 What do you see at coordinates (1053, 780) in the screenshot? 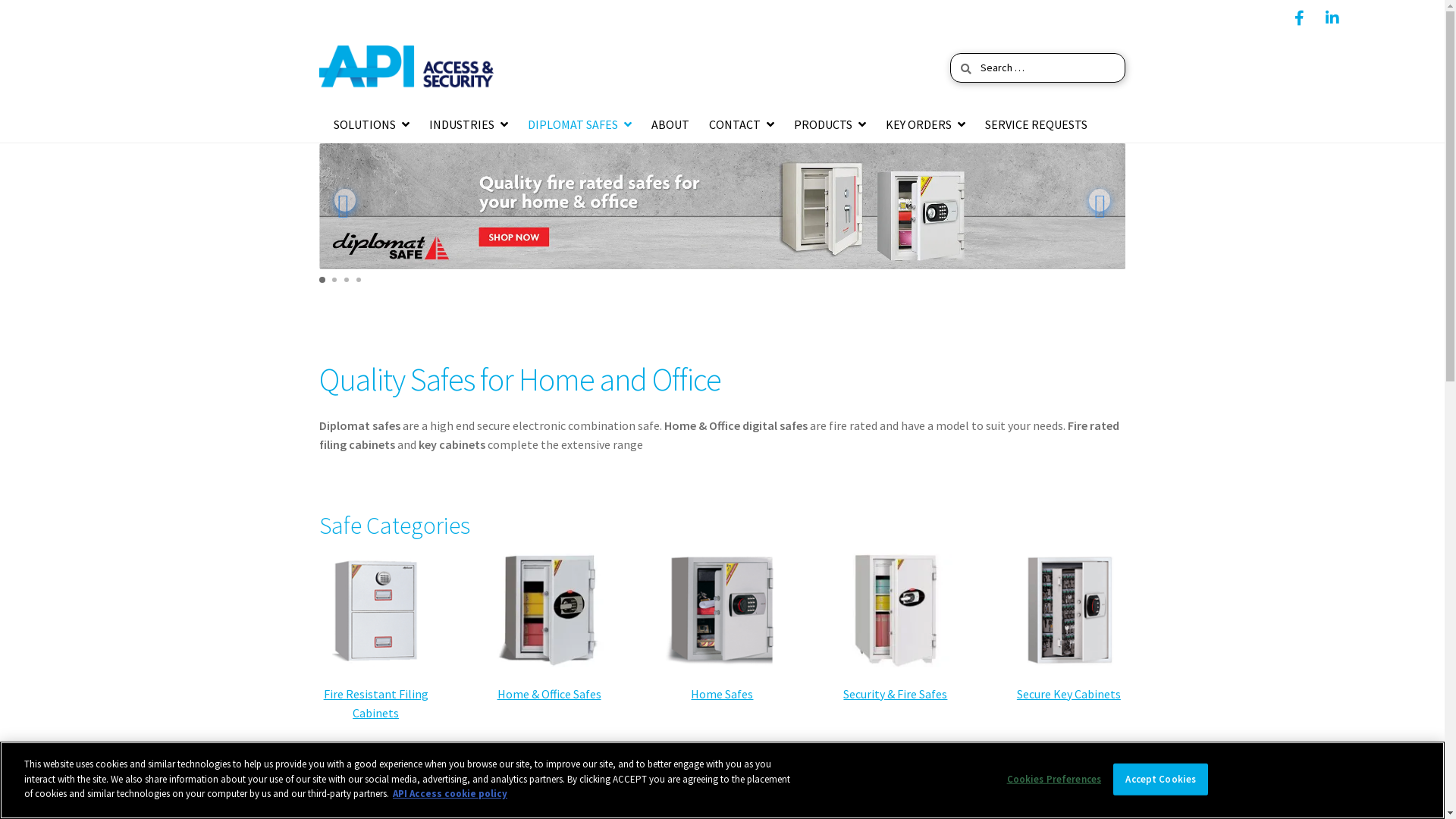
I see `'Cookies Preferences'` at bounding box center [1053, 780].